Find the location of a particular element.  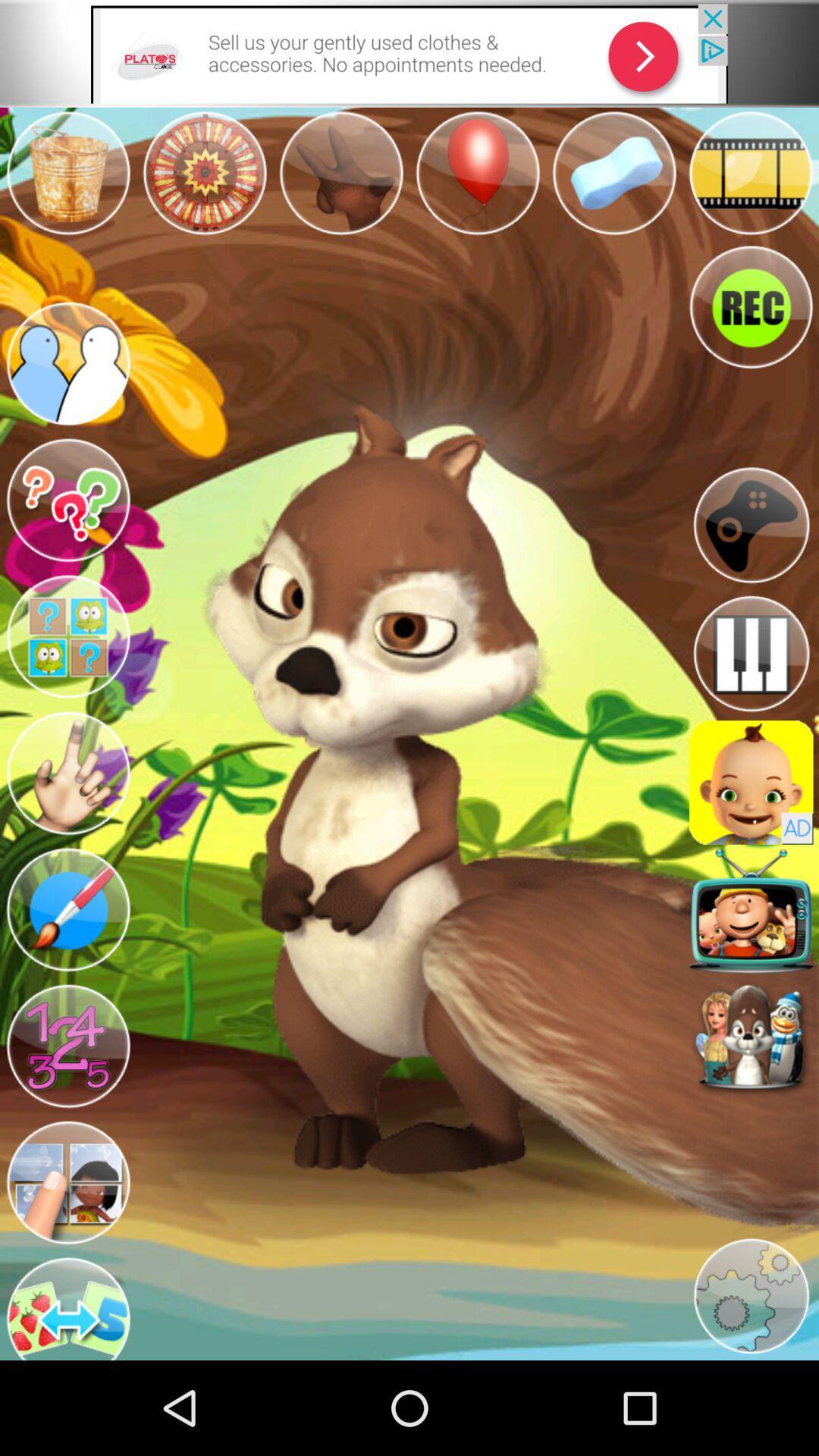

make them sing is located at coordinates (751, 910).